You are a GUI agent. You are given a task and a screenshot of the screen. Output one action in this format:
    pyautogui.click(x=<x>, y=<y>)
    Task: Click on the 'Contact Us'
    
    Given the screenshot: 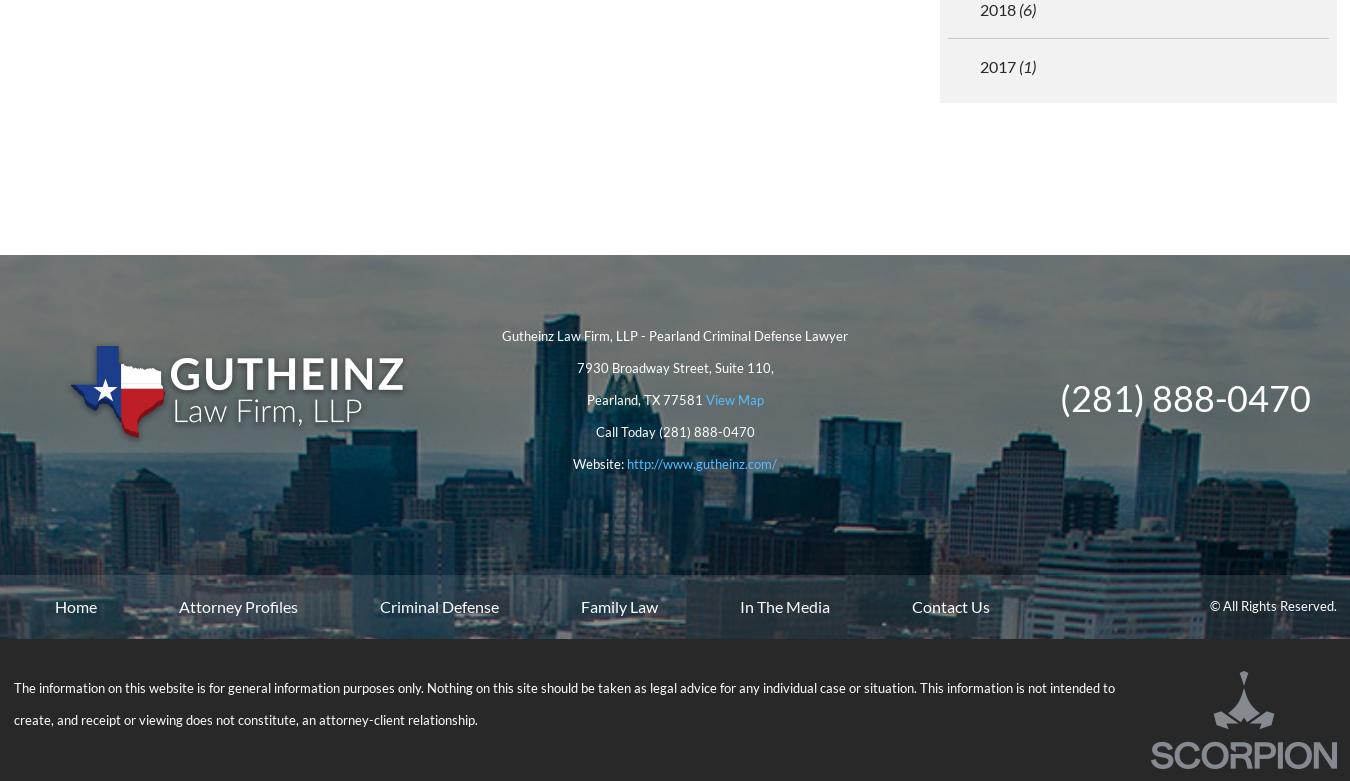 What is the action you would take?
    pyautogui.click(x=949, y=605)
    